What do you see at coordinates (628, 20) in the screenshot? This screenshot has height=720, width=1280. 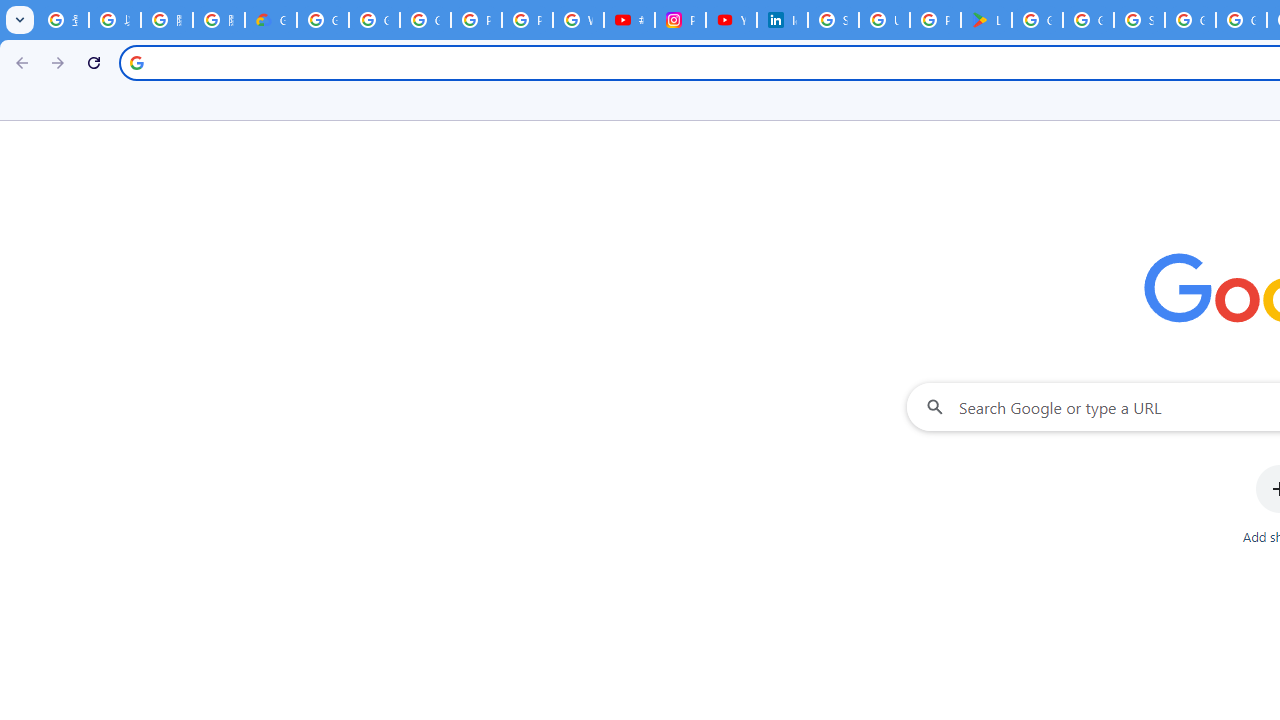 I see `'#nbabasketballhighlights - YouTube'` at bounding box center [628, 20].